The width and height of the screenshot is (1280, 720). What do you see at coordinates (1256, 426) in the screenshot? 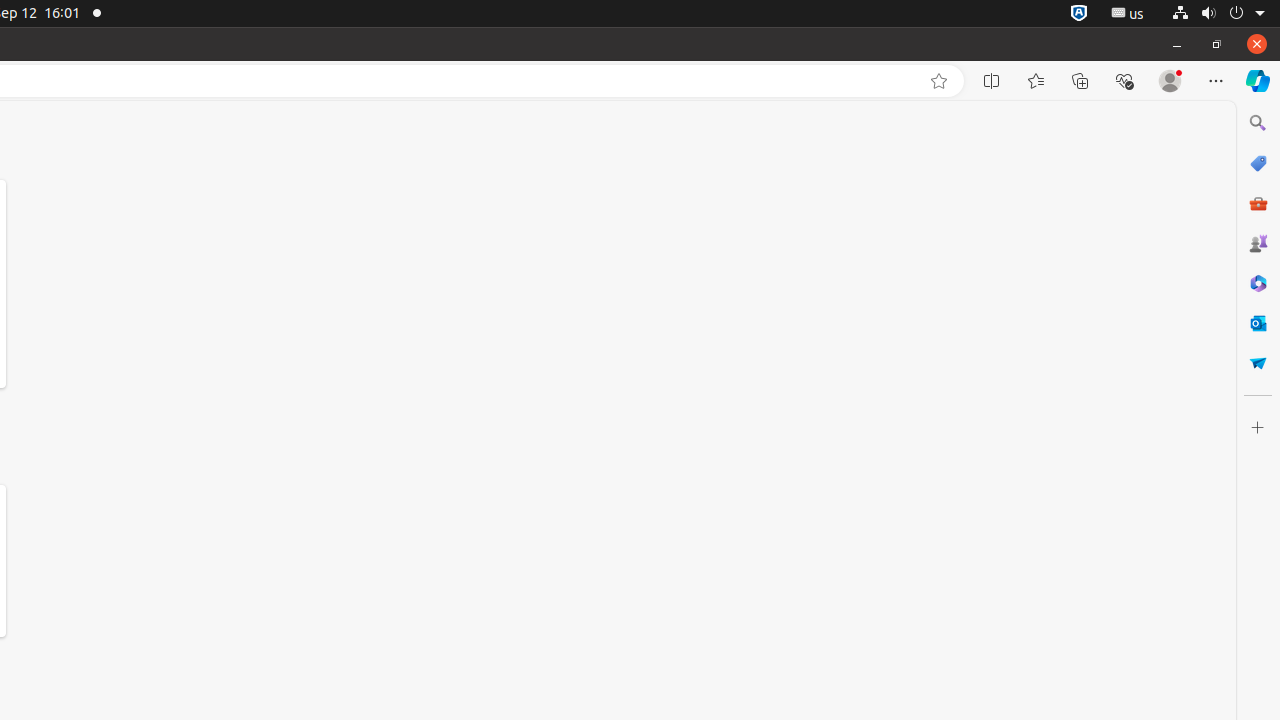
I see `'Customize'` at bounding box center [1256, 426].